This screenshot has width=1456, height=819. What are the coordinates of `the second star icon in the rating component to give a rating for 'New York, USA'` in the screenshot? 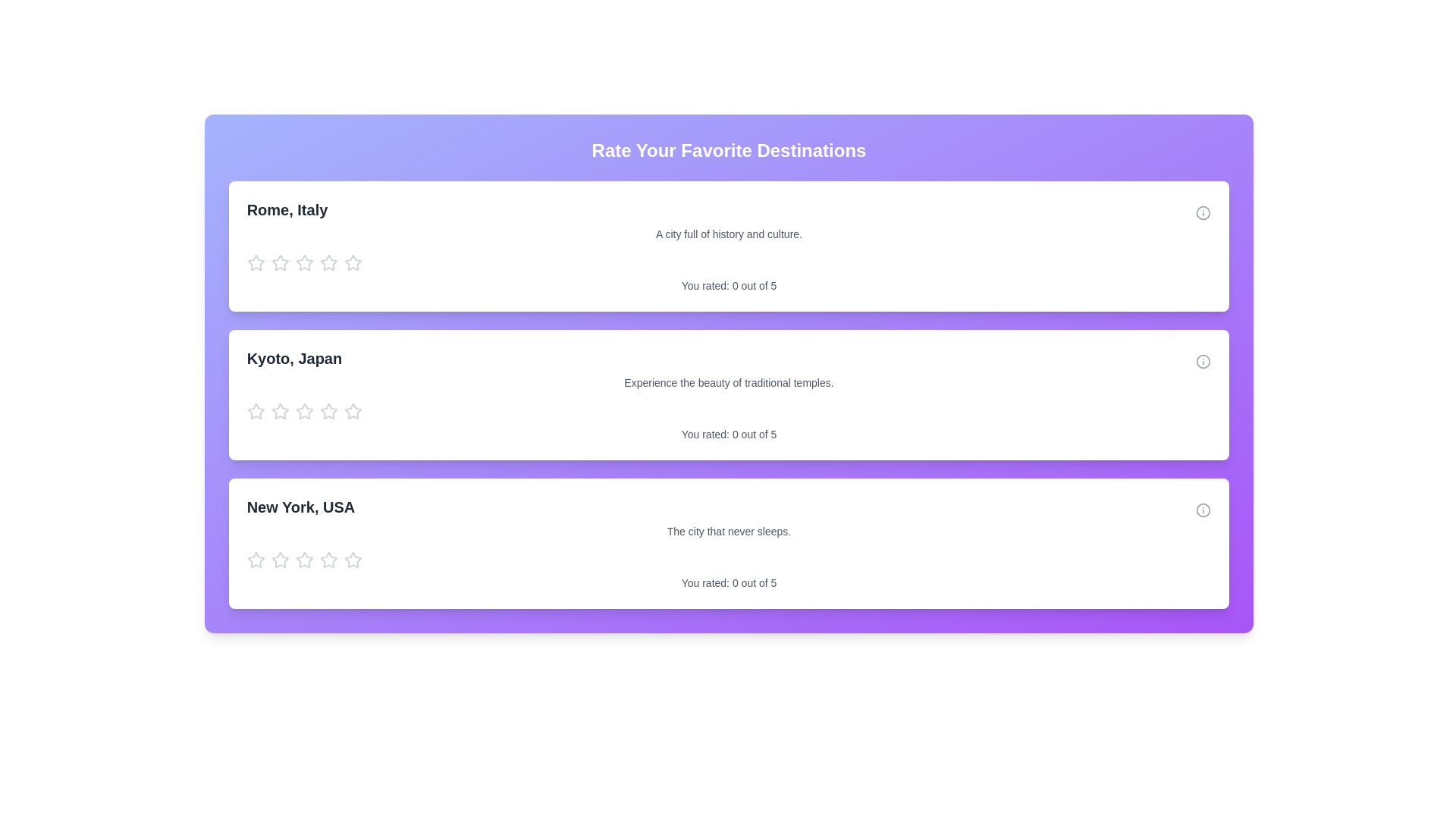 It's located at (303, 560).